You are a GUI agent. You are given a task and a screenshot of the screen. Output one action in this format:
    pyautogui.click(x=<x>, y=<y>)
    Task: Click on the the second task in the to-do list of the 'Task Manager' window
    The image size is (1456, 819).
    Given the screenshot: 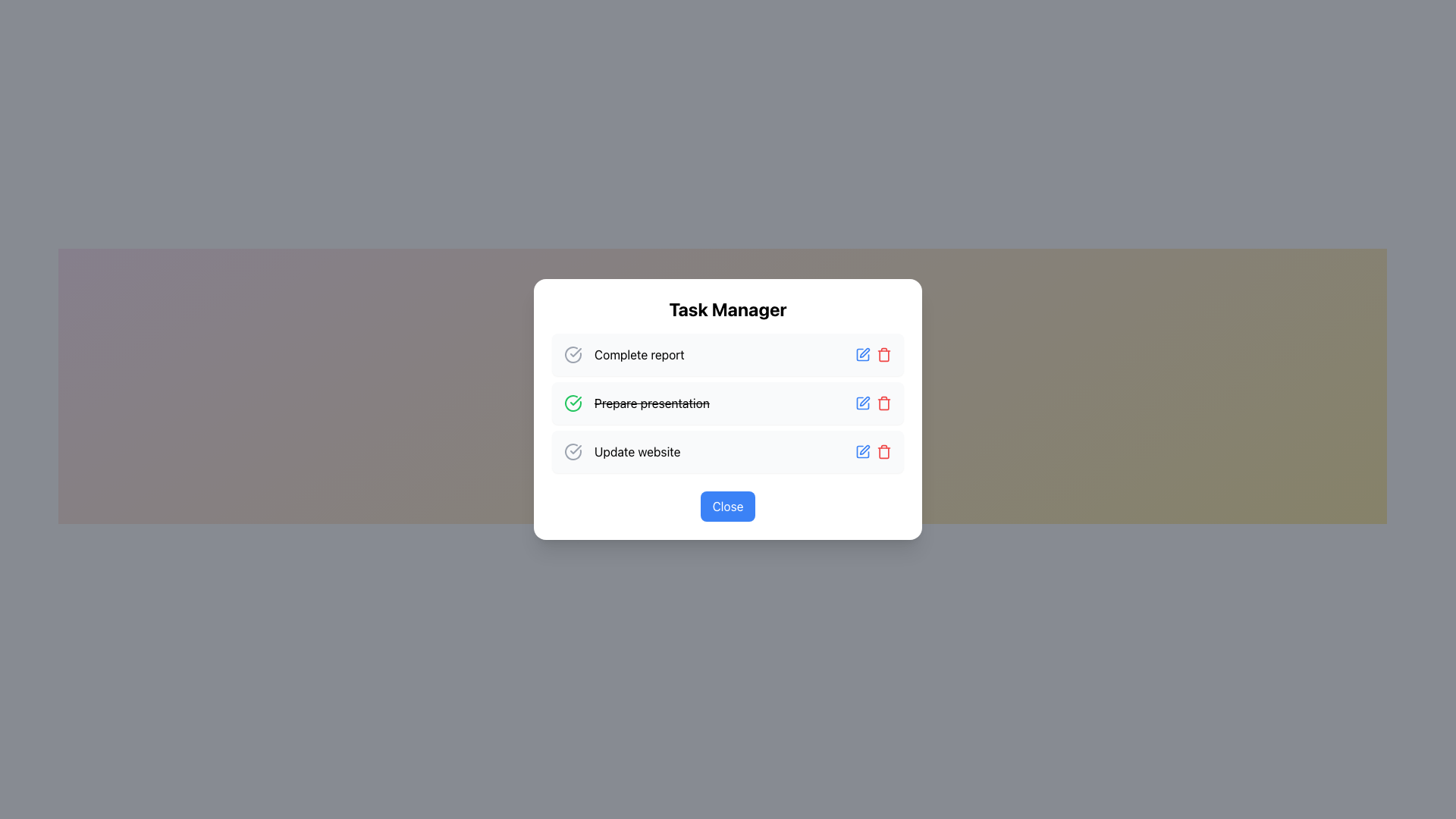 What is the action you would take?
    pyautogui.click(x=637, y=403)
    